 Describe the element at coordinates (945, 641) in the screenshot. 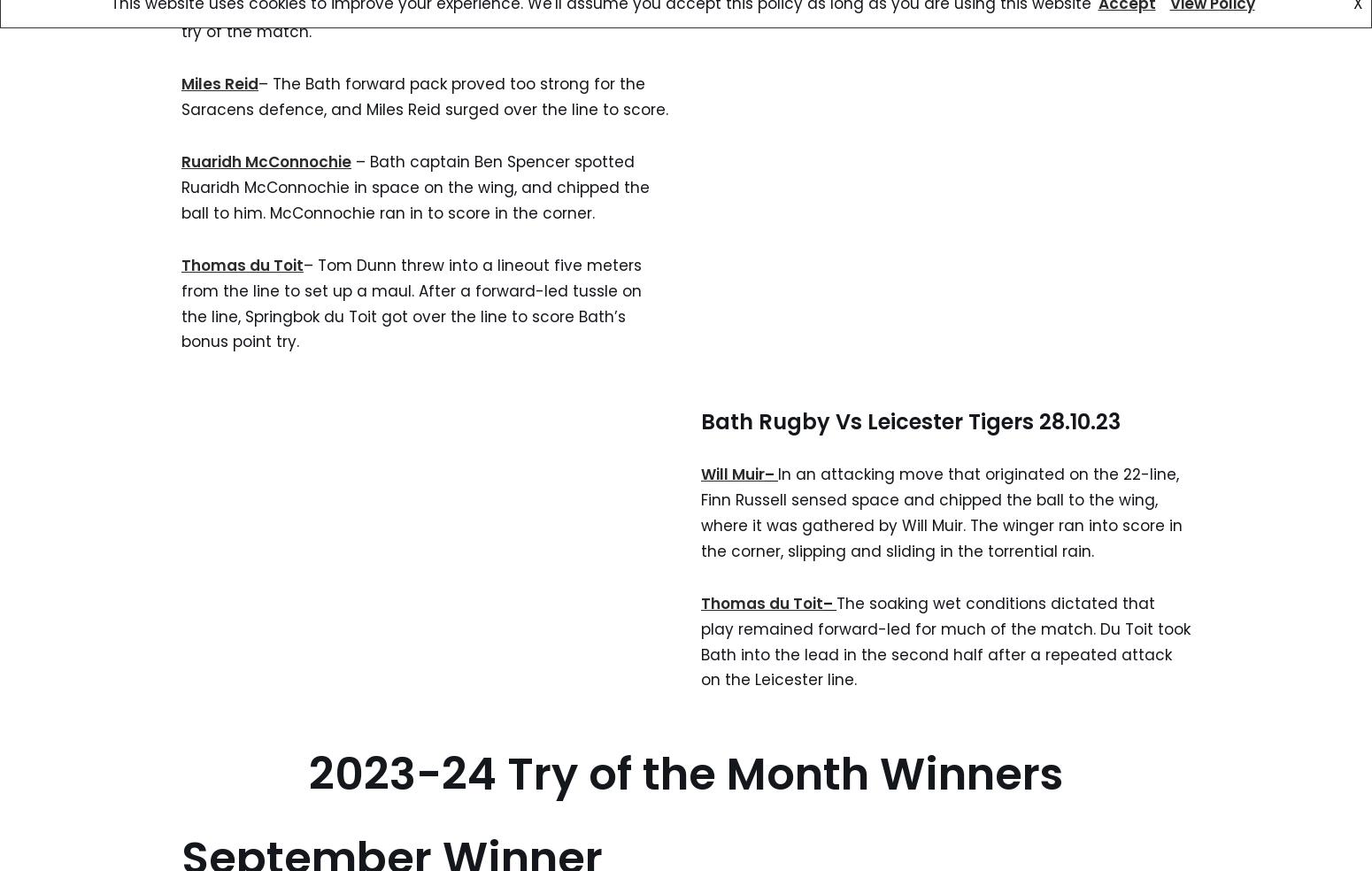

I see `'The soaking wet conditions dictated that play remained forward-led for much of the match. Du Toit took Bath into the lead in the second half after a repeated attack on the Leicester line.'` at that location.